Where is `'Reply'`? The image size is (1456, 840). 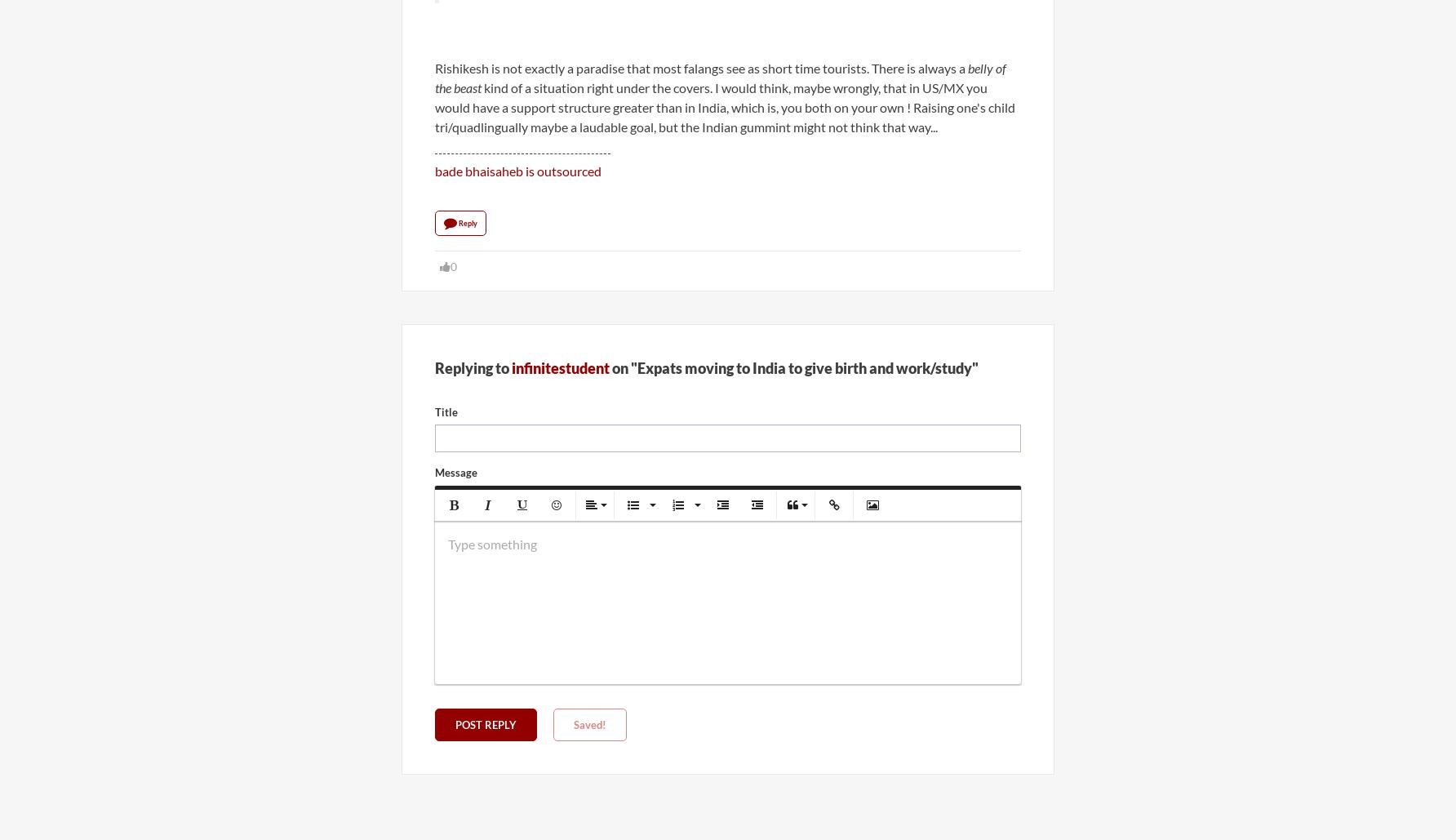 'Reply' is located at coordinates (457, 221).